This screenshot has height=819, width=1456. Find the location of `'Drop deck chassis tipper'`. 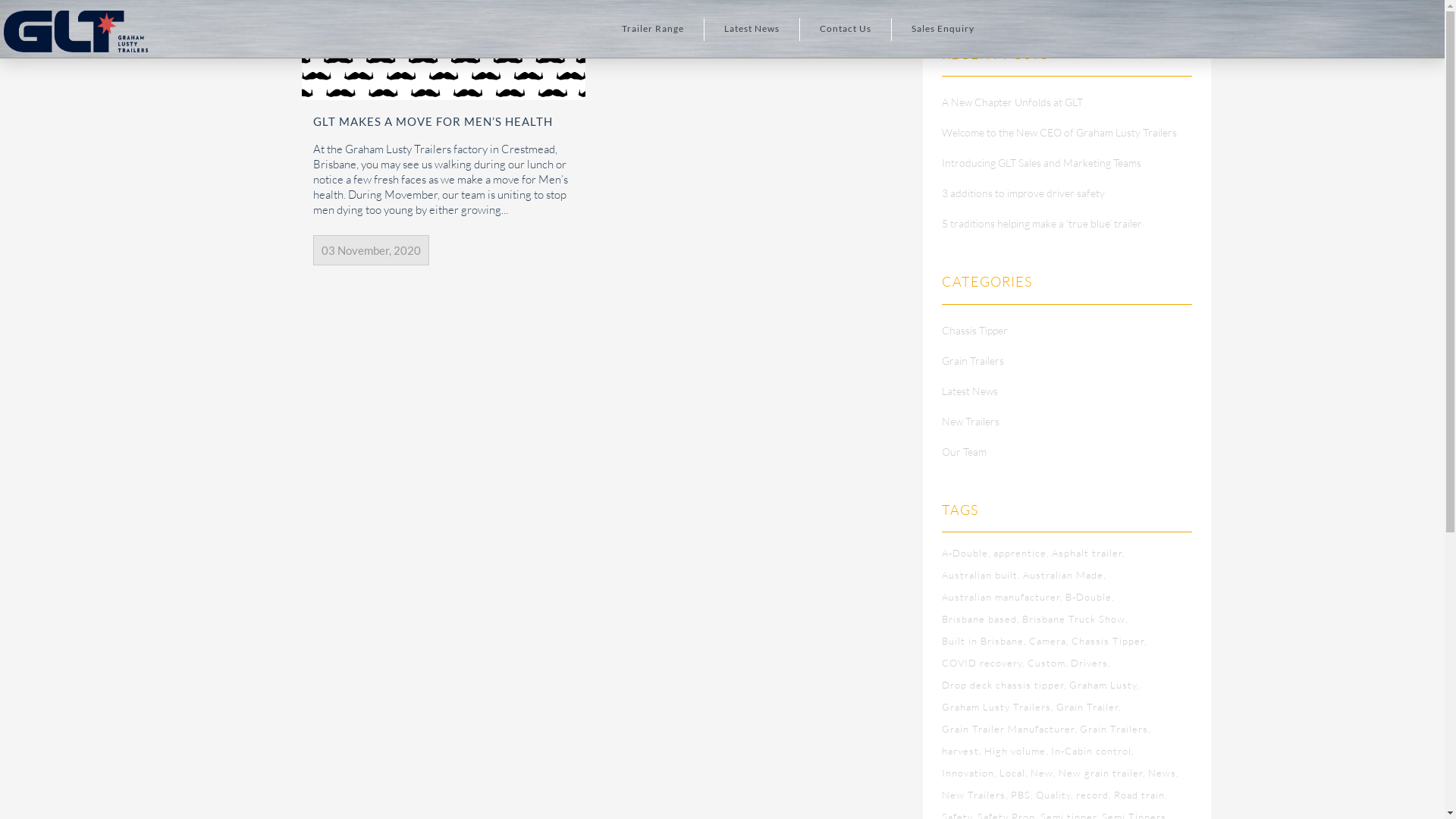

'Drop deck chassis tipper' is located at coordinates (1004, 684).